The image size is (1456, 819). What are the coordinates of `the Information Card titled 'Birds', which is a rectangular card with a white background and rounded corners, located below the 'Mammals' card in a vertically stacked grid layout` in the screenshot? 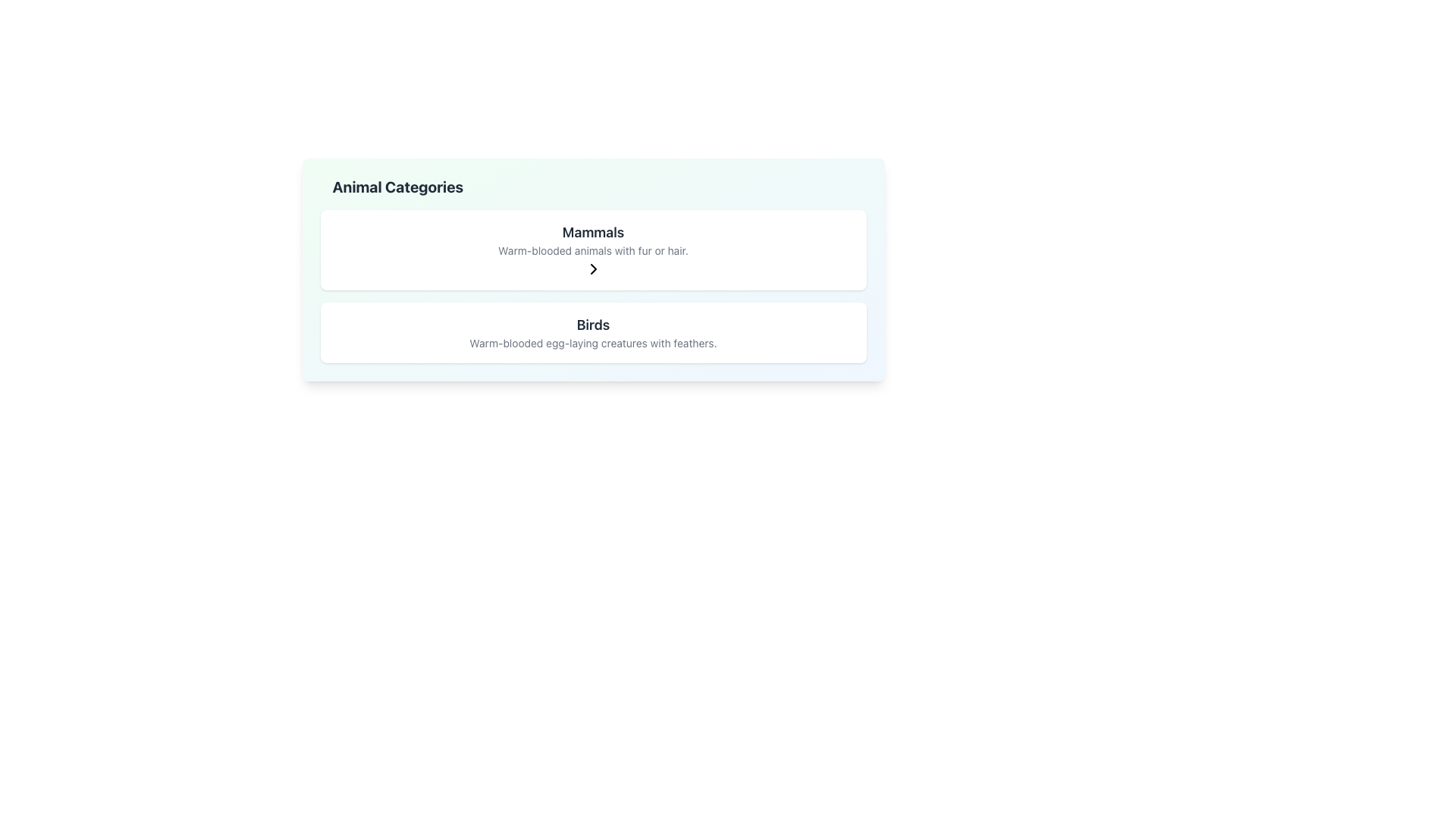 It's located at (592, 331).